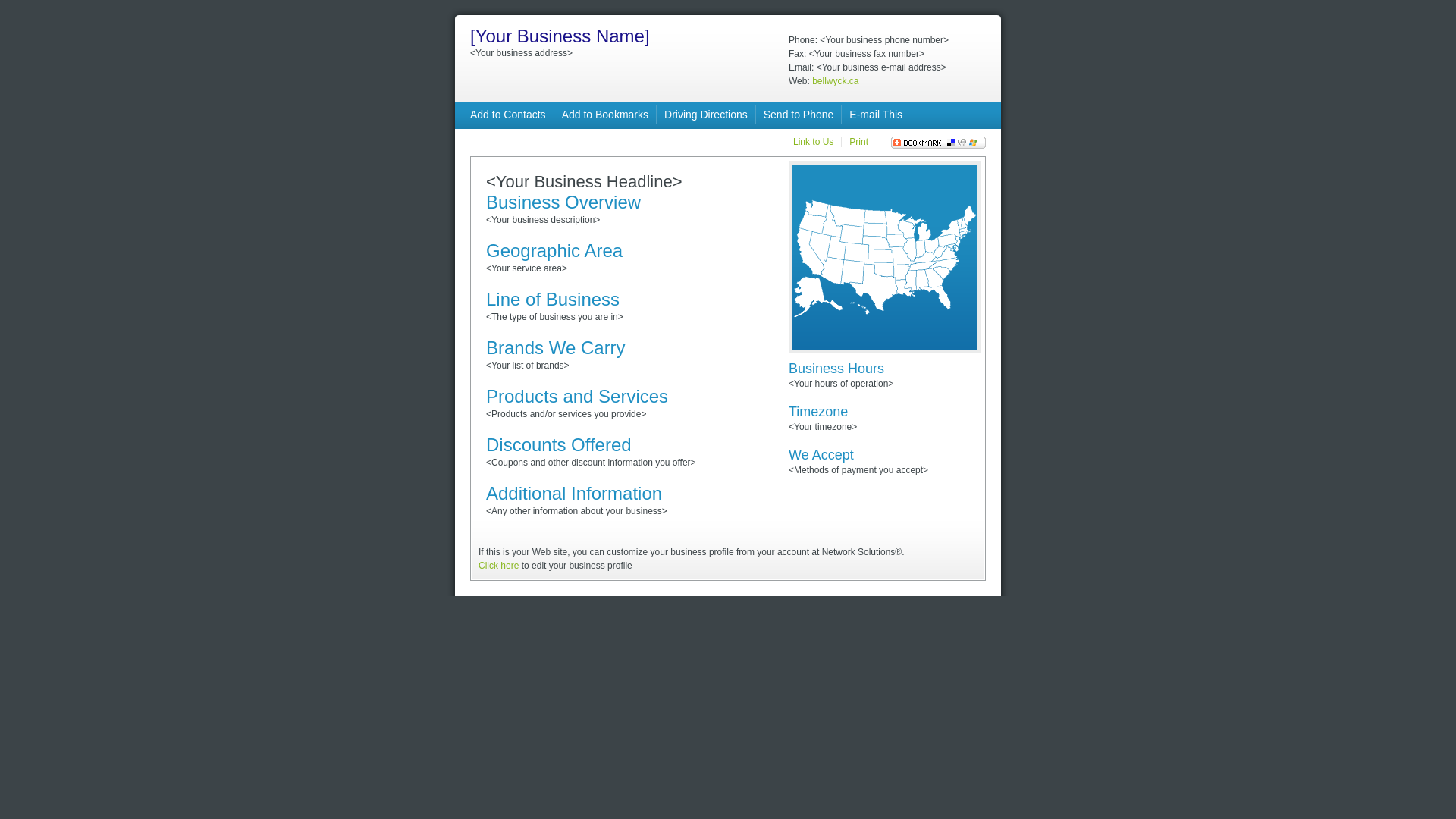  Describe the element at coordinates (811, 81) in the screenshot. I see `'bellwyck.ca'` at that location.